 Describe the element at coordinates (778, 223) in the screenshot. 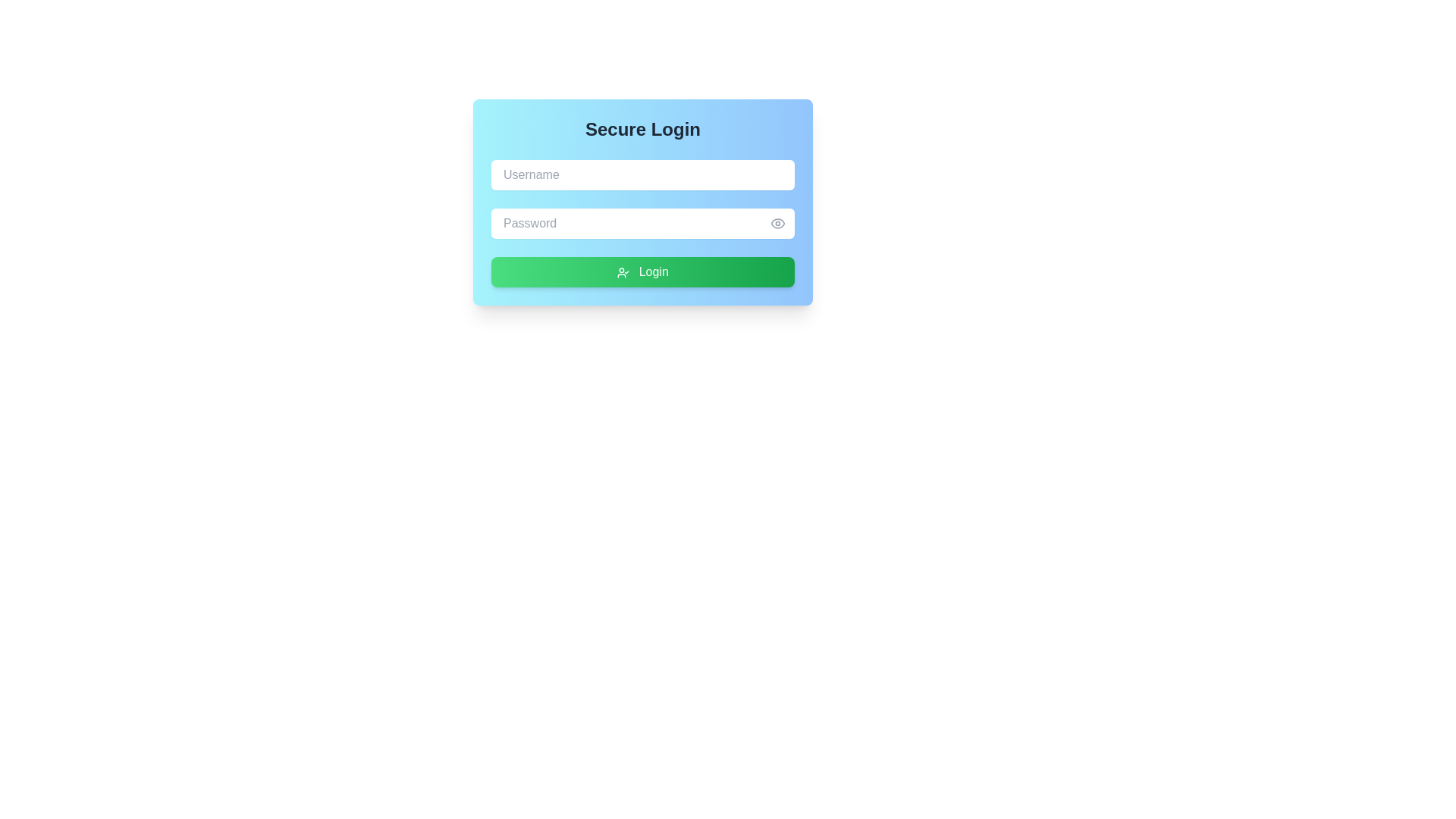

I see `the eye-shaped icon located to the right of the password input field and above the login button` at that location.